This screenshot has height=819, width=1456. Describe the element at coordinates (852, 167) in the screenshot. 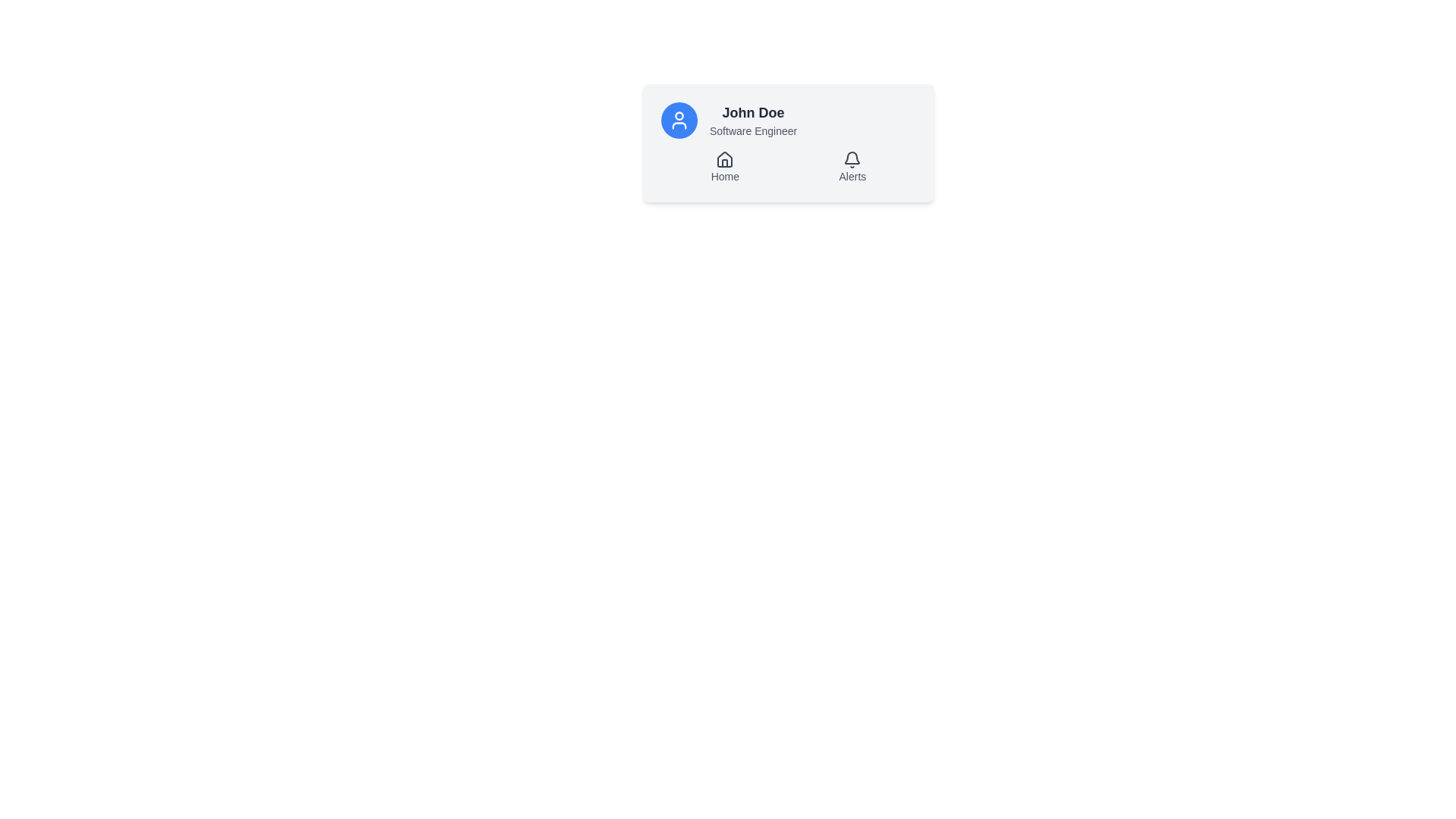

I see `the 'Alerts' navigation item, which features a bell icon above the text label 'Alerts' in gray tone` at that location.